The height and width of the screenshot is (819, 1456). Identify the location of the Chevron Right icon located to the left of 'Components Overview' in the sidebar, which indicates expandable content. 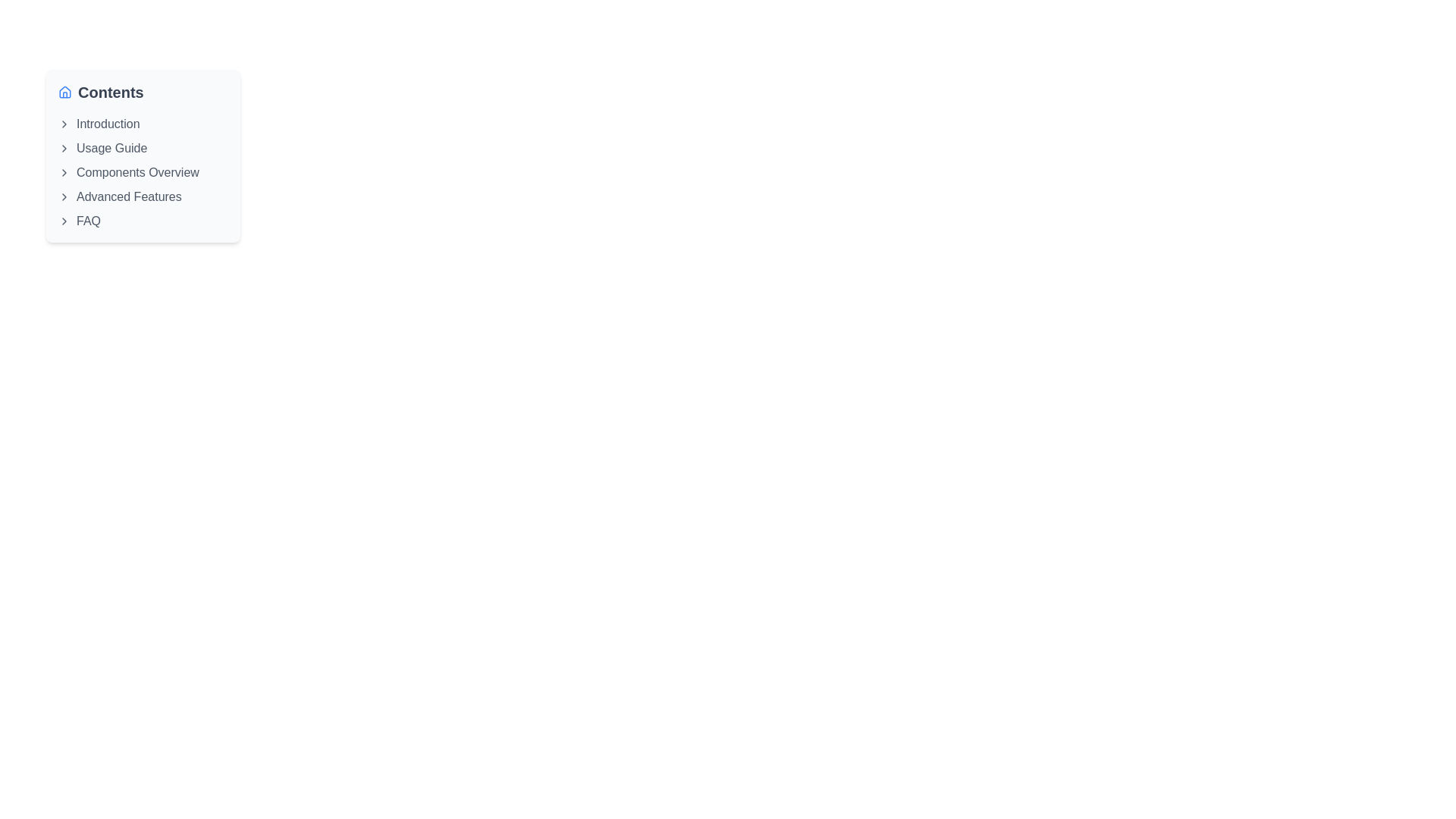
(64, 171).